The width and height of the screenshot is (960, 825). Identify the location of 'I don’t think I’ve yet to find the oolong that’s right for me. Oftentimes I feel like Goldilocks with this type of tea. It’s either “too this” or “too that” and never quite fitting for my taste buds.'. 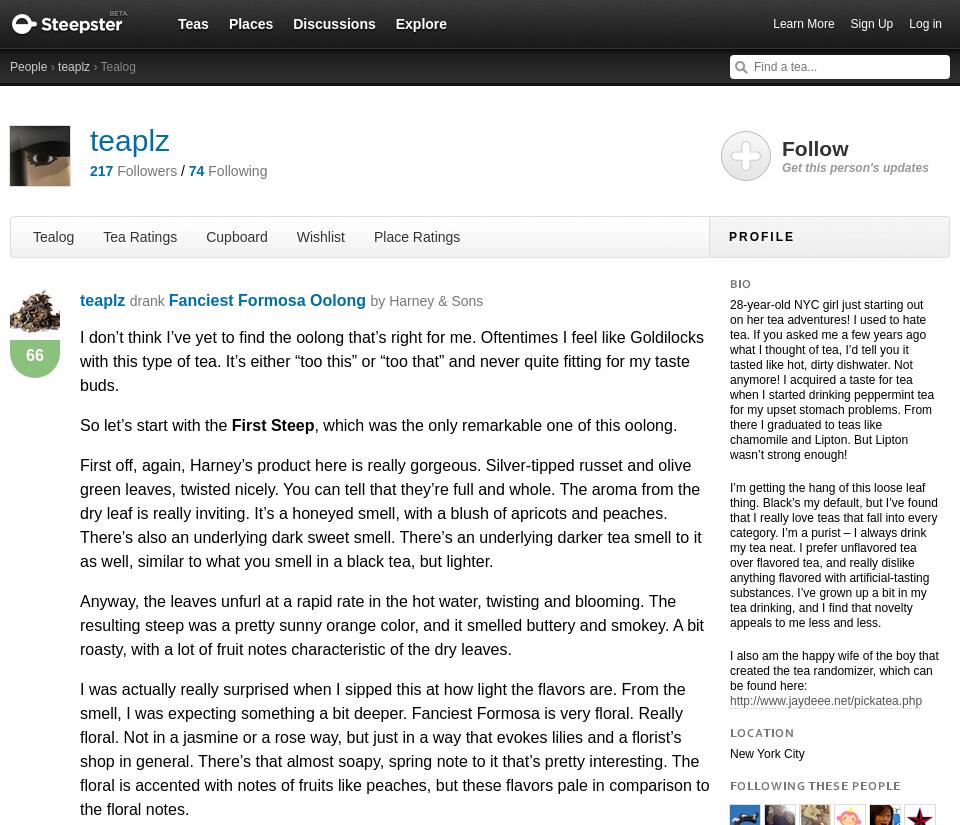
(390, 361).